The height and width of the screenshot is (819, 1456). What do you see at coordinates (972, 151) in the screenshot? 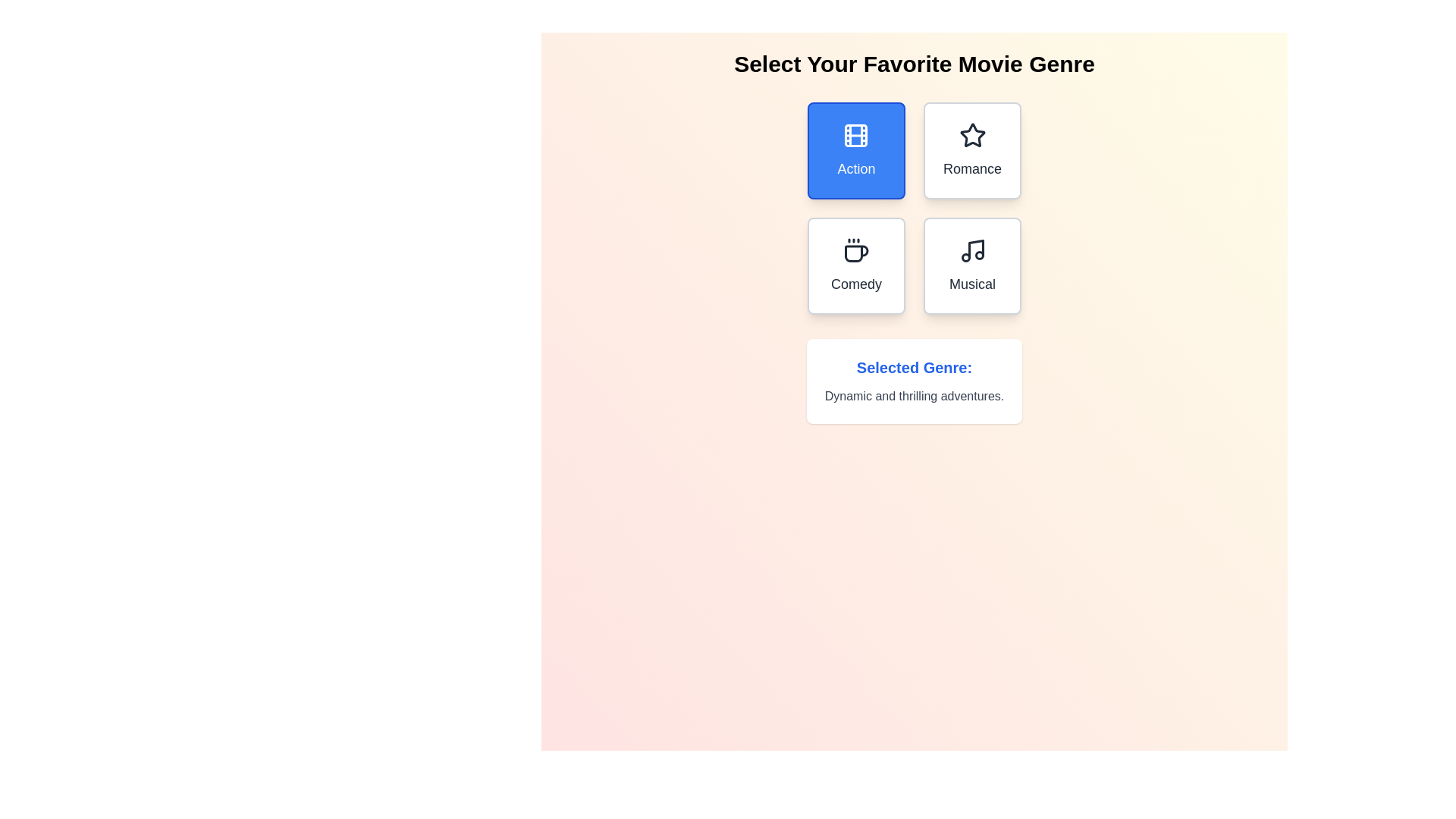
I see `the button corresponding to the genre Romance to select it` at bounding box center [972, 151].